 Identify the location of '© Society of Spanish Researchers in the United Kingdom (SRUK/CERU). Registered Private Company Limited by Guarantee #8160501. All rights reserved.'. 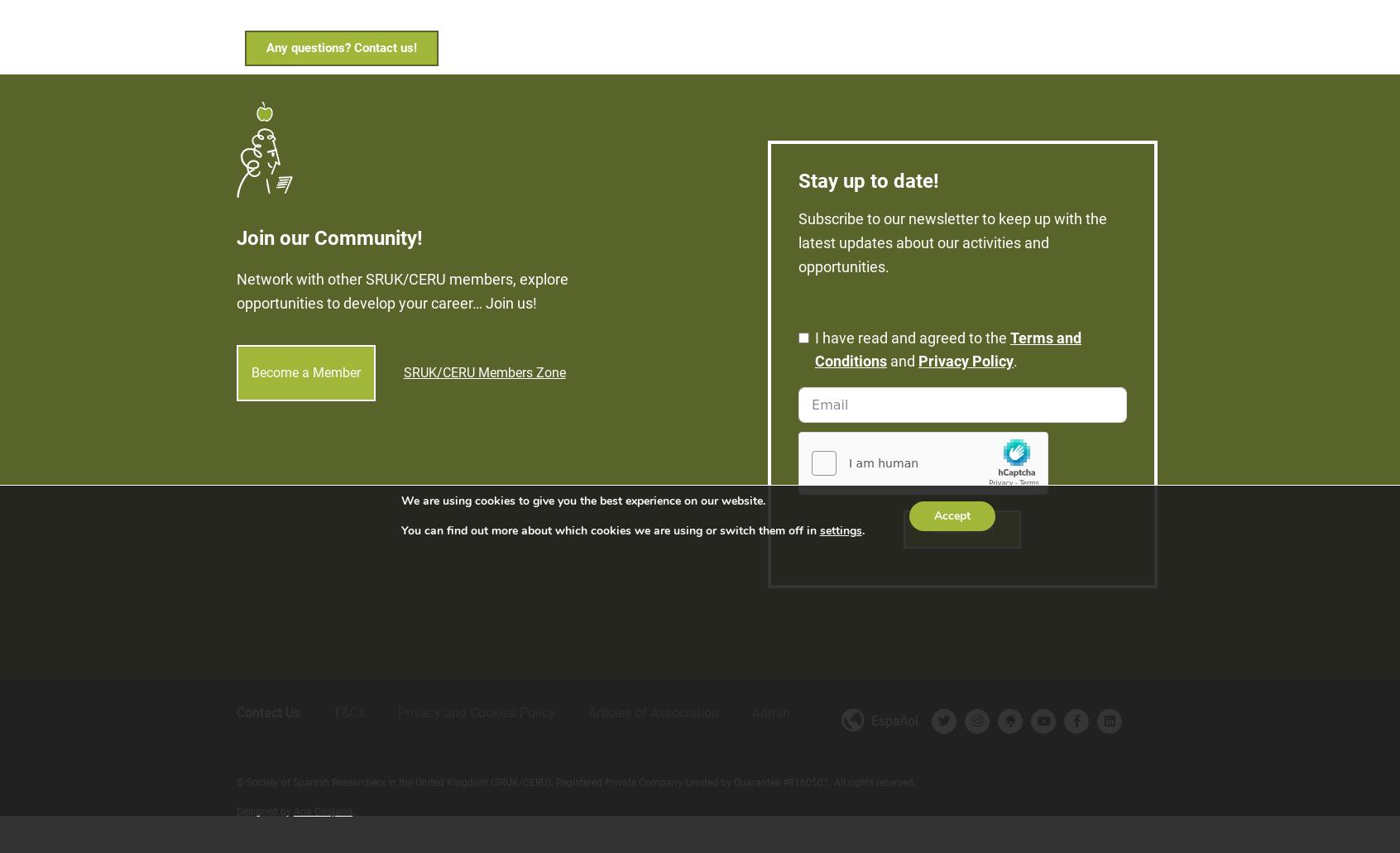
(576, 768).